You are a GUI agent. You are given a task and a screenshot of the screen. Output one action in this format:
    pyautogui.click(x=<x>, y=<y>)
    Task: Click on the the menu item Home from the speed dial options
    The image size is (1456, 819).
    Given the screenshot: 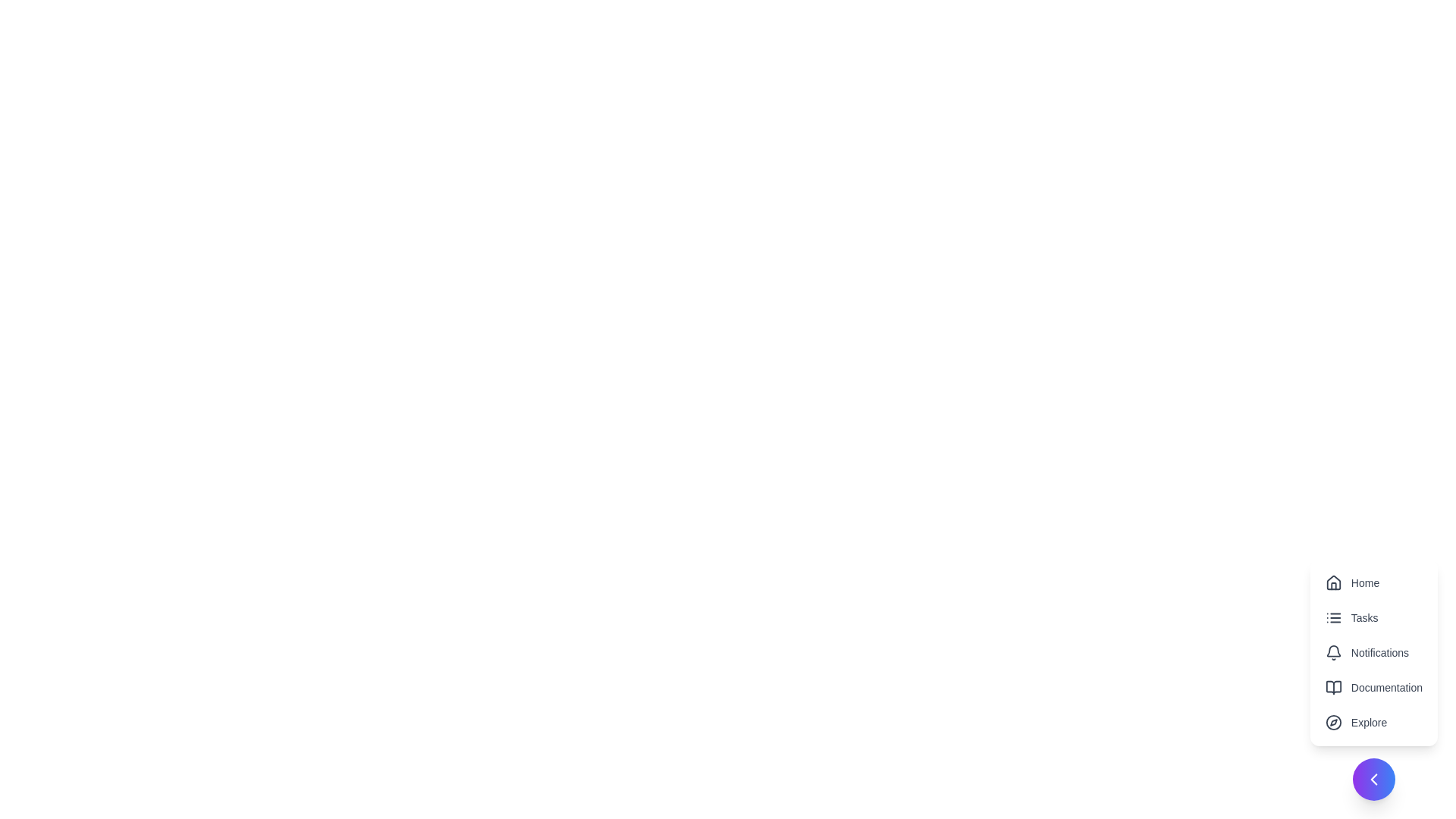 What is the action you would take?
    pyautogui.click(x=1373, y=582)
    